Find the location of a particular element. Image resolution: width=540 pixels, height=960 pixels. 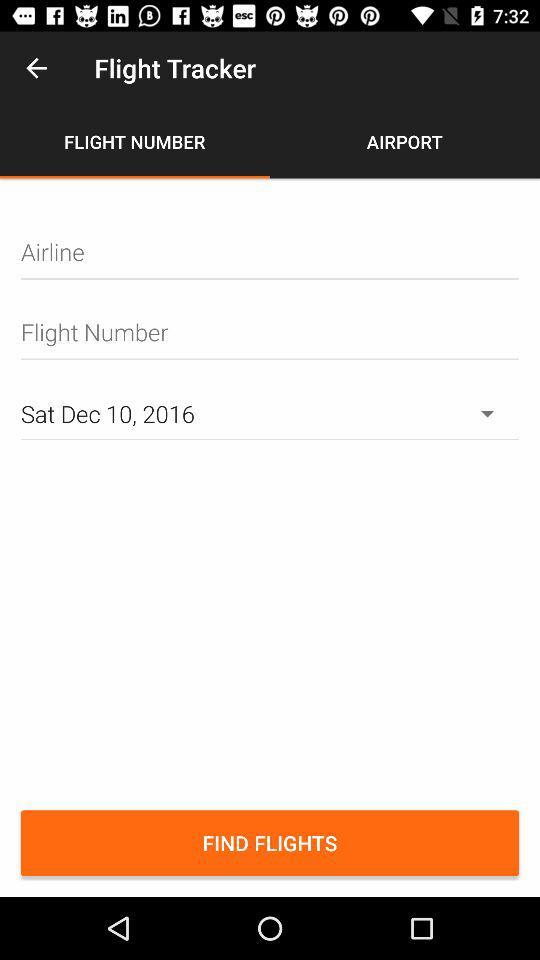

find flights icon is located at coordinates (270, 842).